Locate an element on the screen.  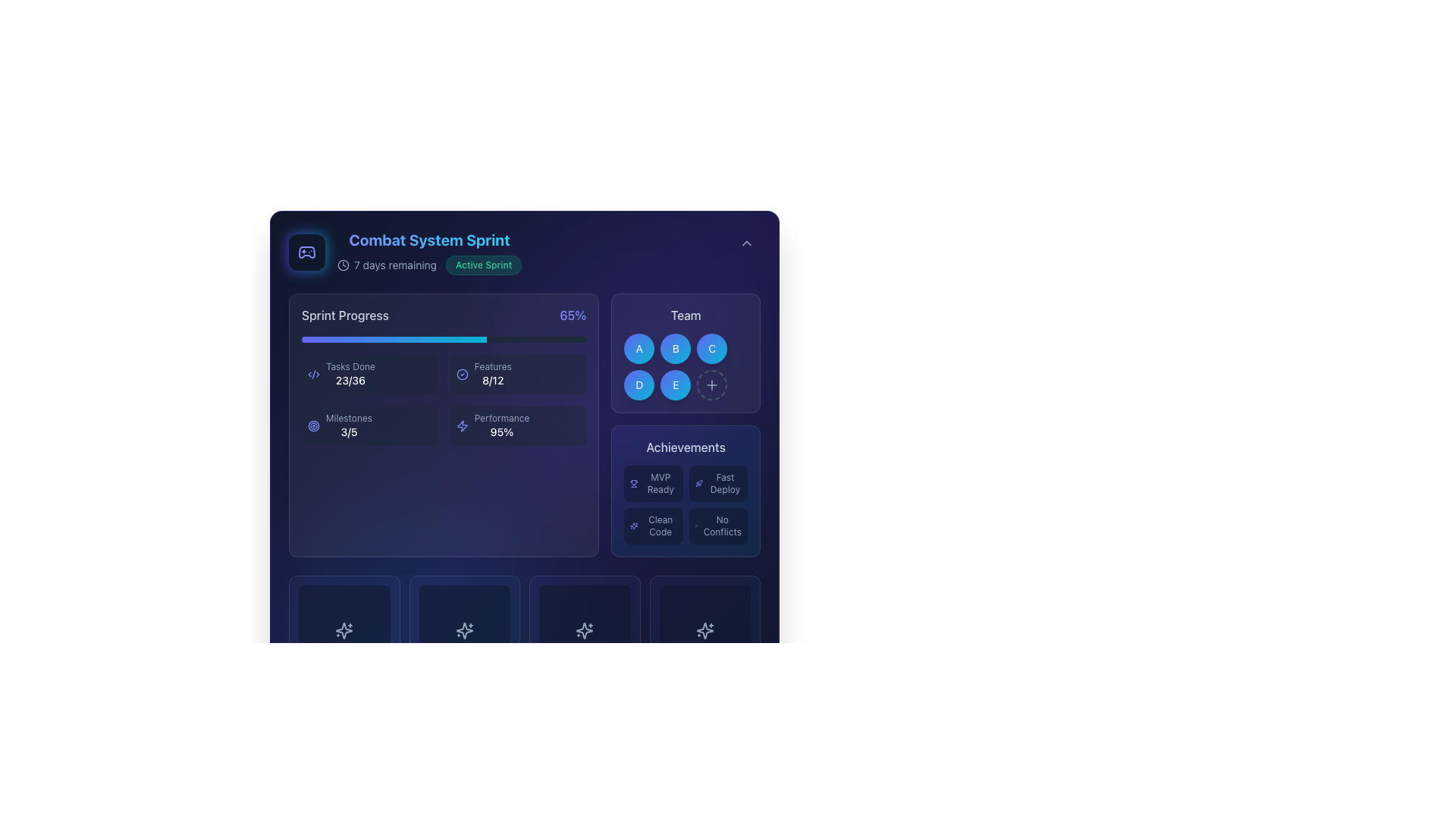
the circular clock icon located near the top-left portion of the interface, adjacent to the 'Combat System Sprint' text and the status bar is located at coordinates (342, 265).